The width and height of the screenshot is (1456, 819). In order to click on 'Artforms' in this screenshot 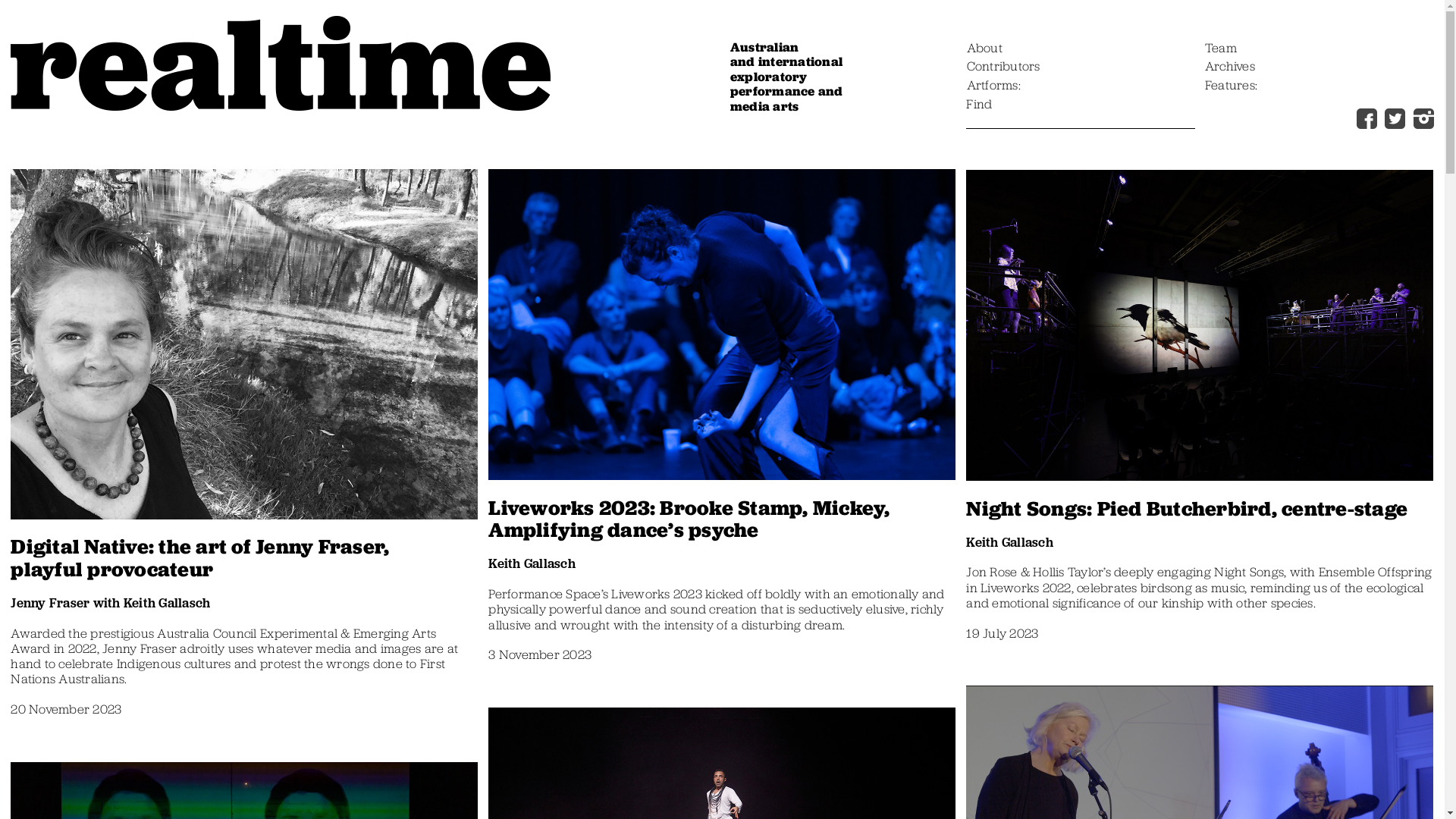, I will do `click(993, 86)`.